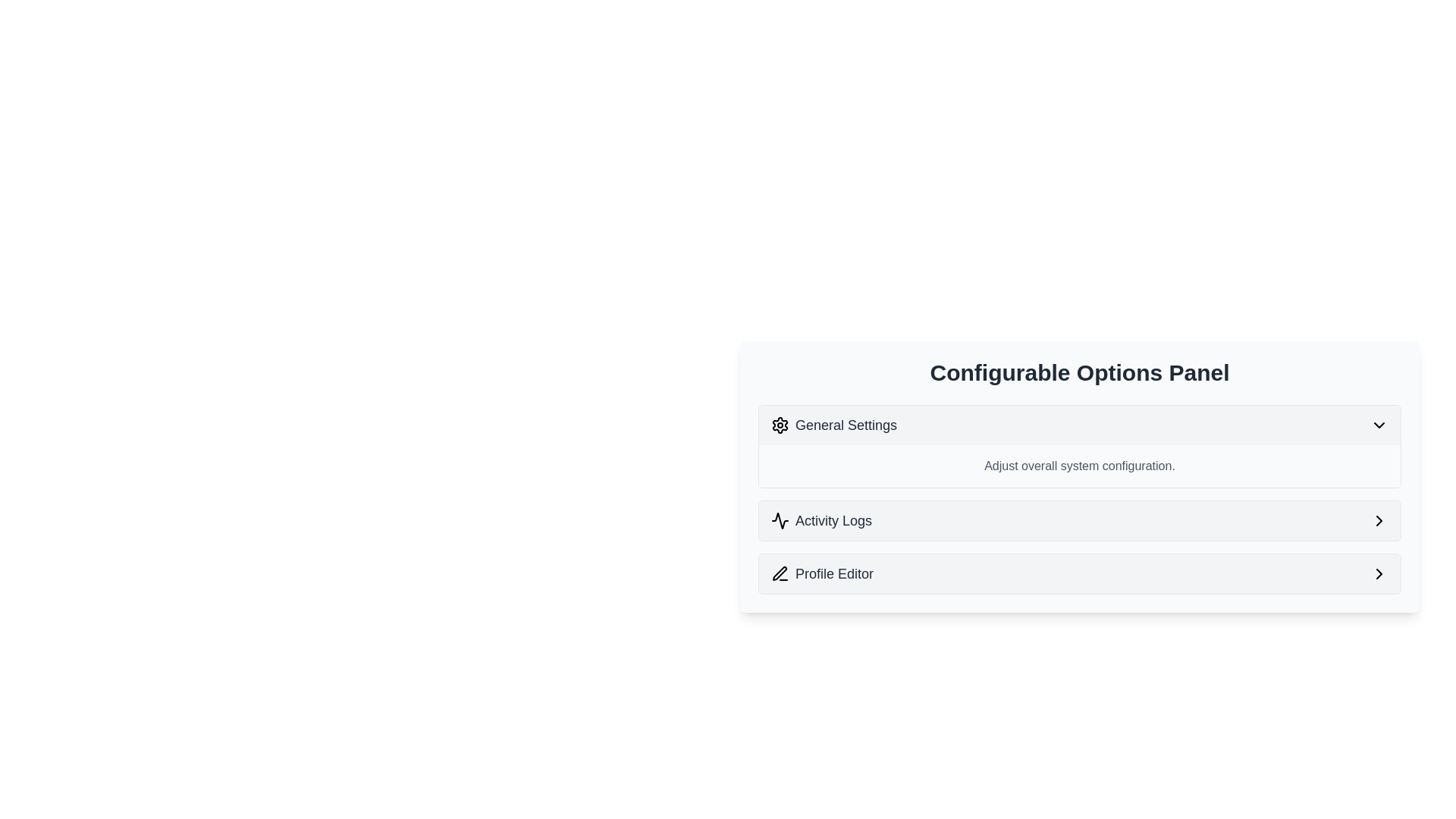  Describe the element at coordinates (1379, 573) in the screenshot. I see `the Chevron icon located on the far right side of the 'Profile Editor' section in the 'Configurable Options Panel'` at that location.